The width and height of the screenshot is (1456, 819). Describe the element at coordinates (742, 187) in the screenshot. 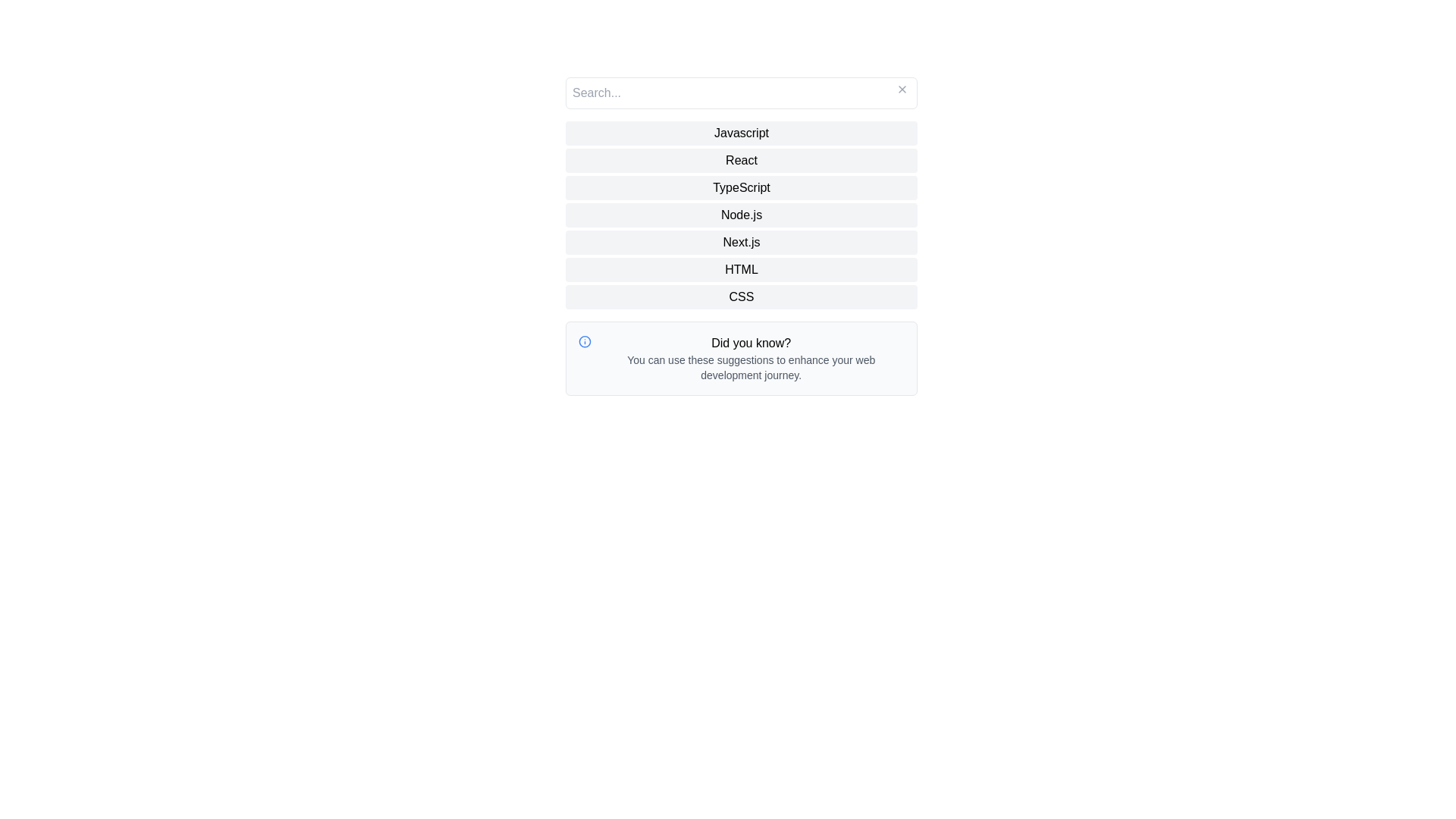

I see `the 'TypeScript' button, which is the third button in a vertical list of buttons with a light gray background and black text` at that location.